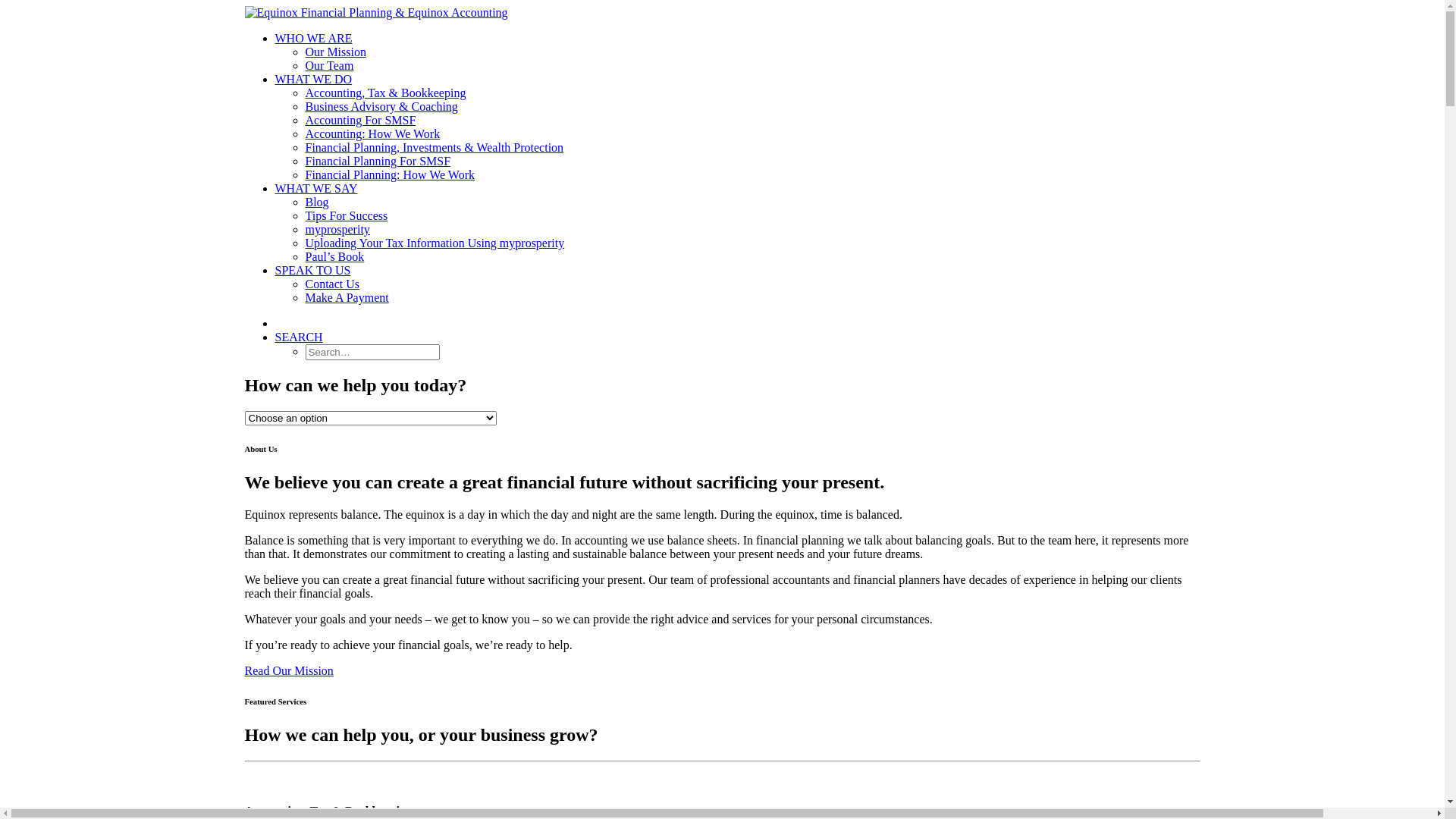 The height and width of the screenshot is (819, 1456). Describe the element at coordinates (385, 93) in the screenshot. I see `'Accounting, Tax & Bookkeeping'` at that location.